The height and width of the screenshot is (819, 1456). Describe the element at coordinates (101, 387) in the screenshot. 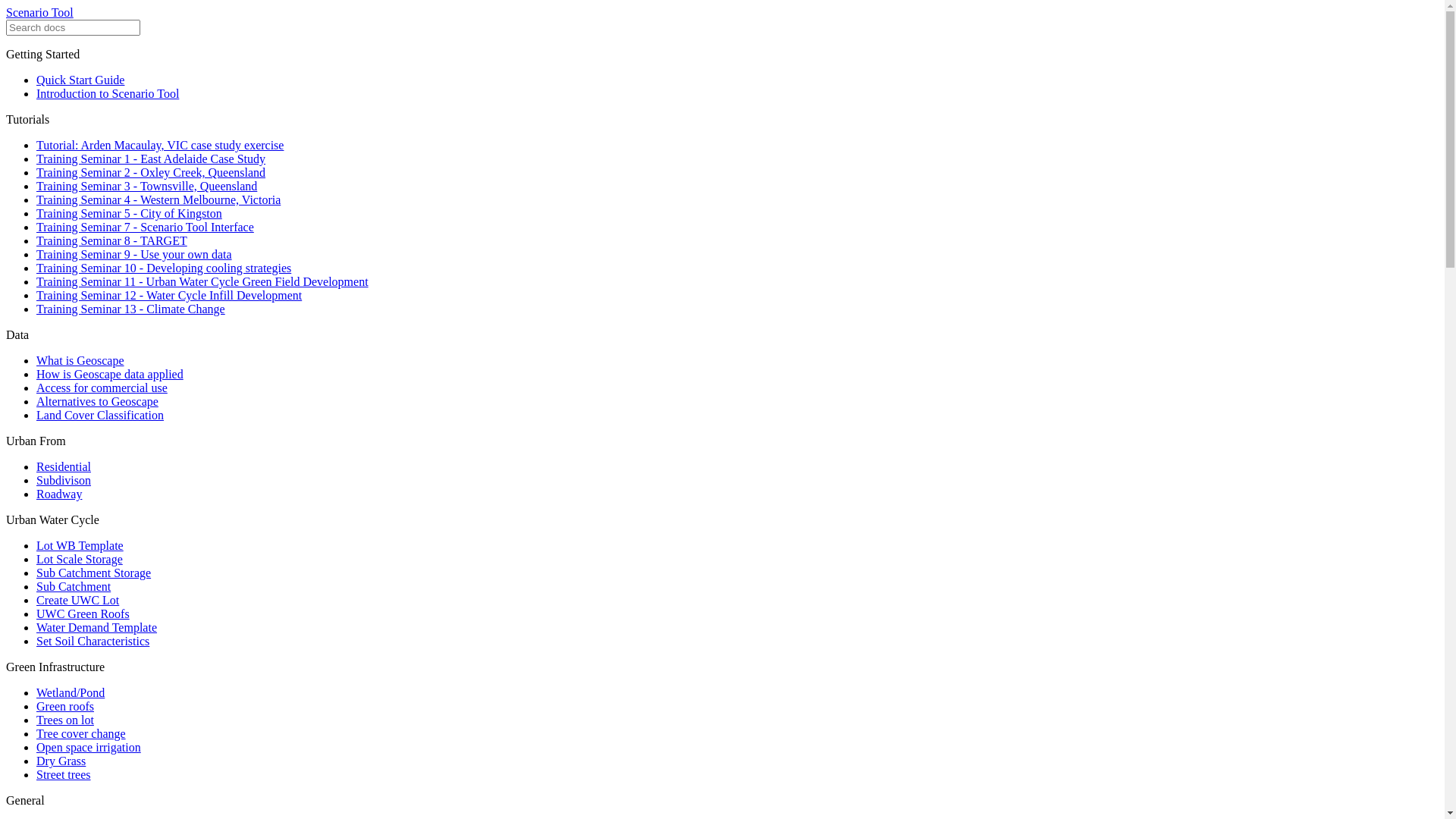

I see `'Access for commercial use'` at that location.